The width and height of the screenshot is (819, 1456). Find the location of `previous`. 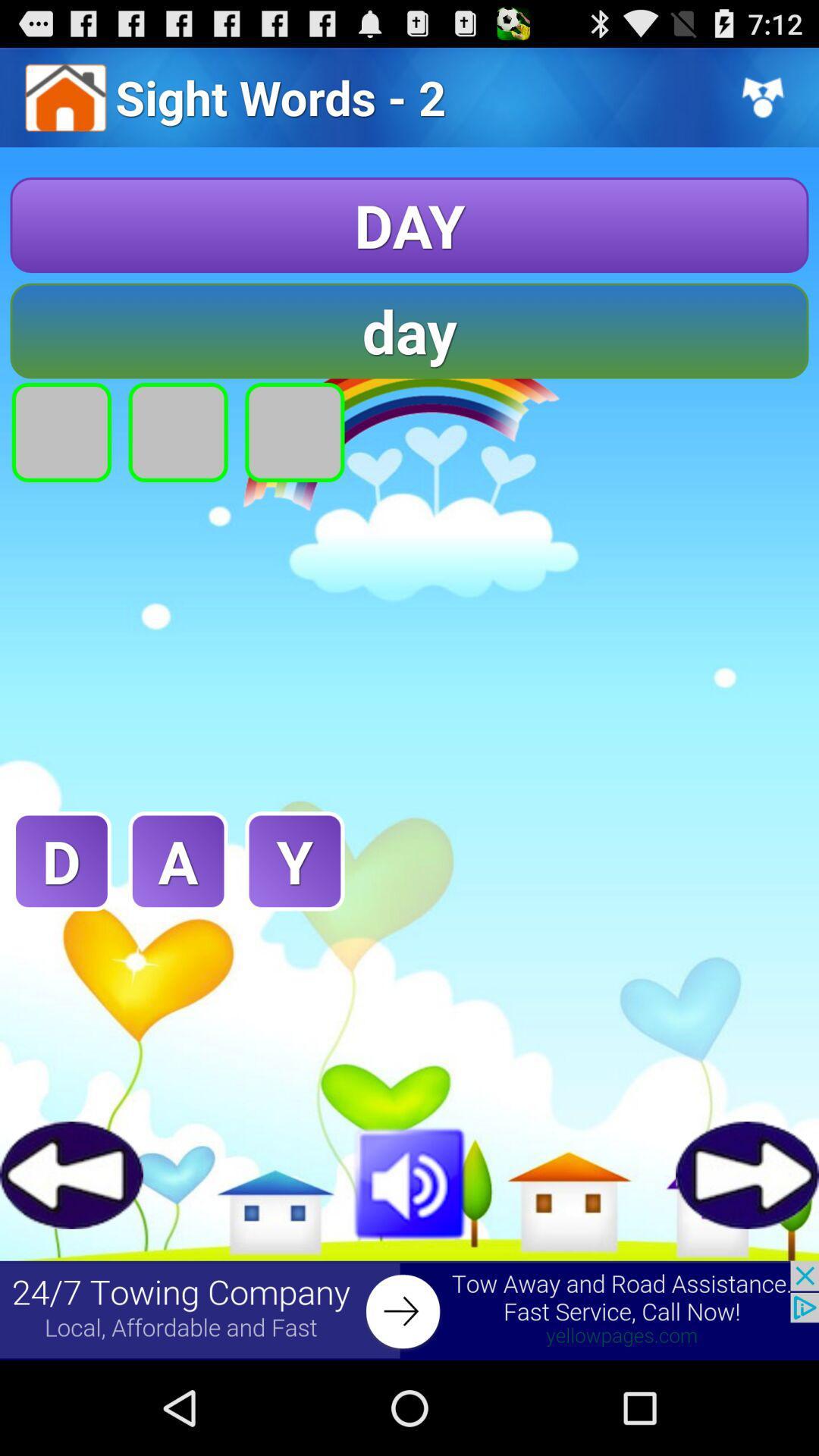

previous is located at coordinates (71, 1174).